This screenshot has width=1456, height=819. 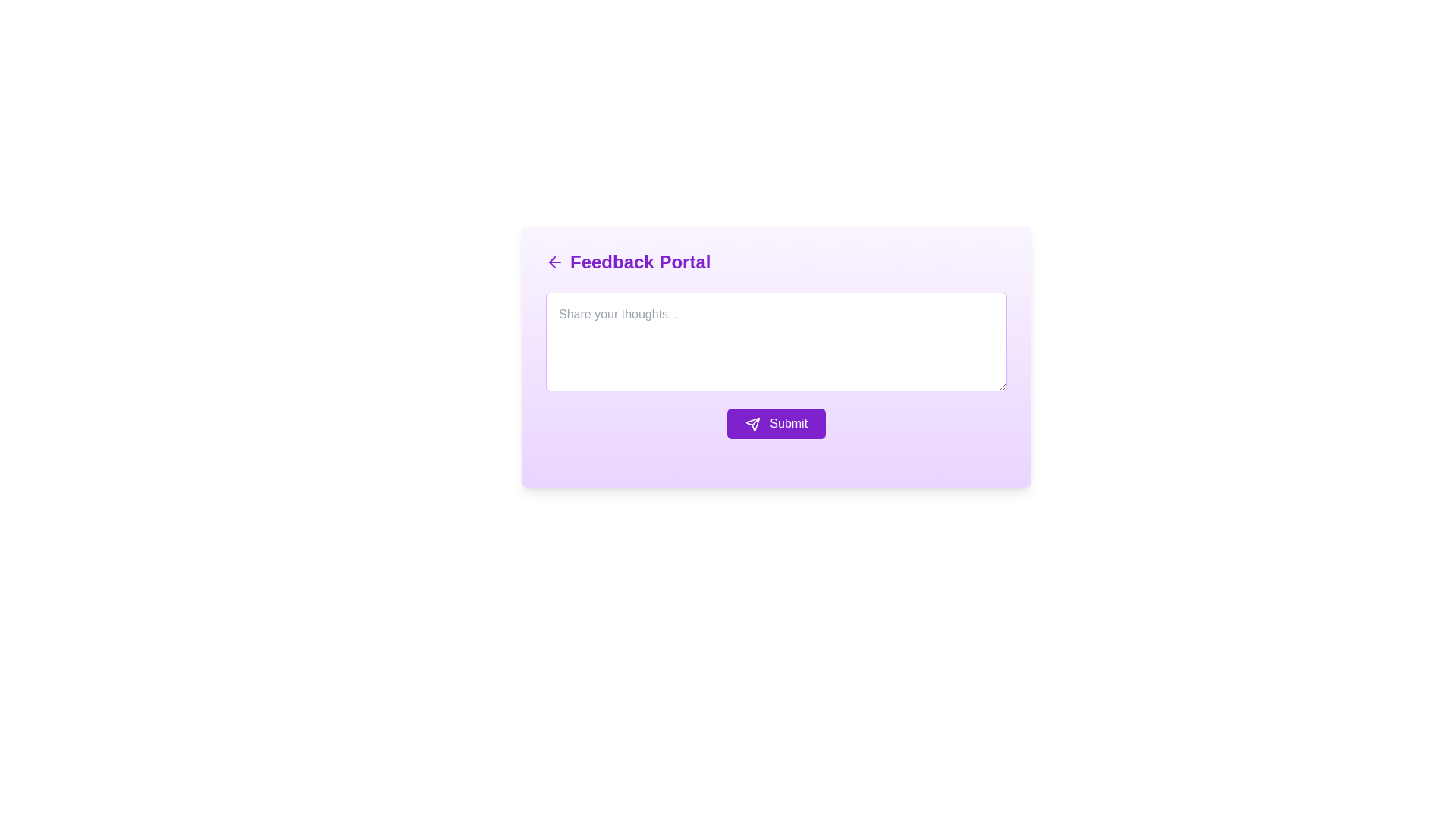 What do you see at coordinates (554, 262) in the screenshot?
I see `the purple leftward-pointing arrow icon adjacent to the 'Feedback Portal' title text` at bounding box center [554, 262].